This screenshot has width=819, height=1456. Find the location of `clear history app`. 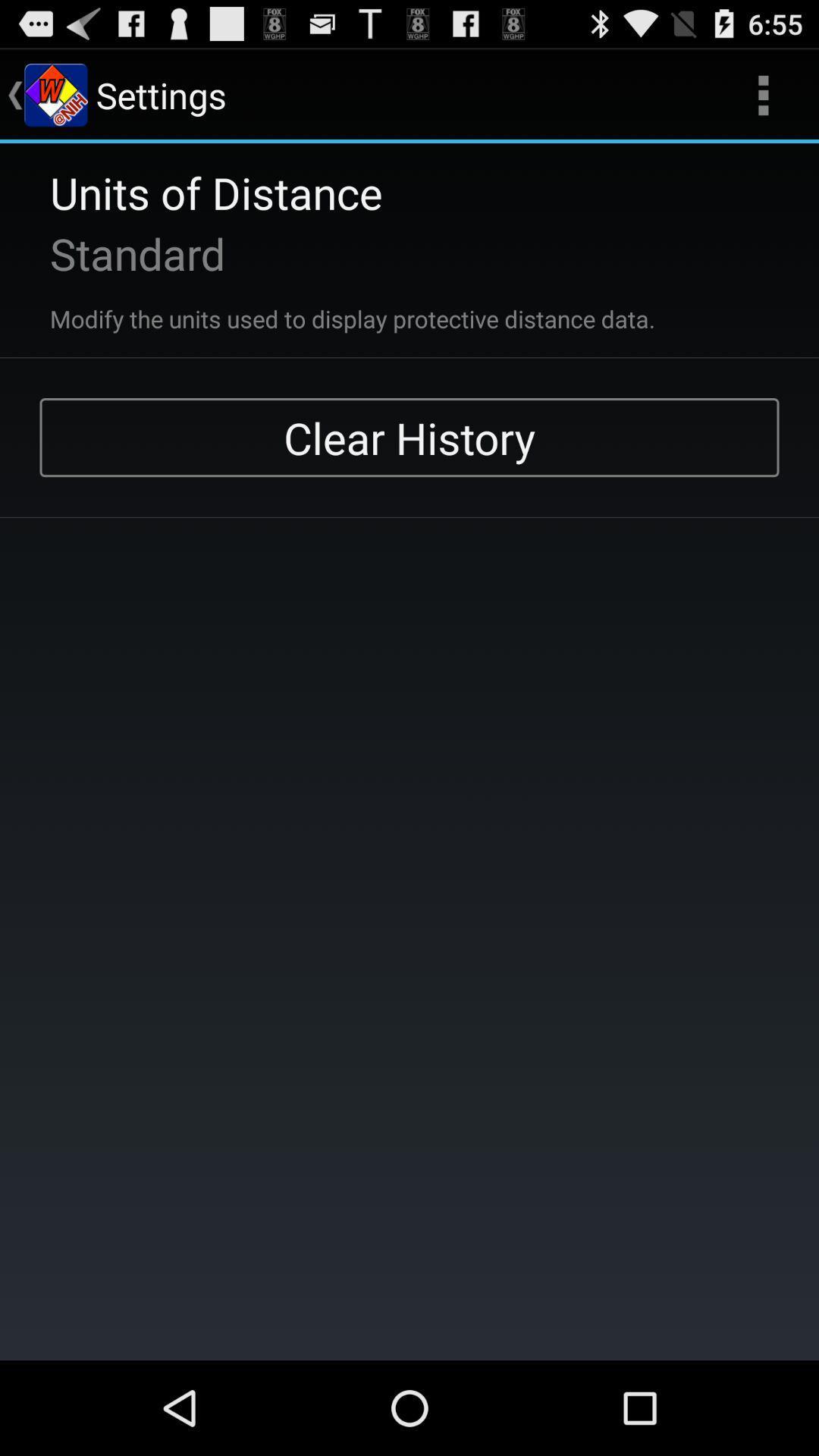

clear history app is located at coordinates (409, 437).